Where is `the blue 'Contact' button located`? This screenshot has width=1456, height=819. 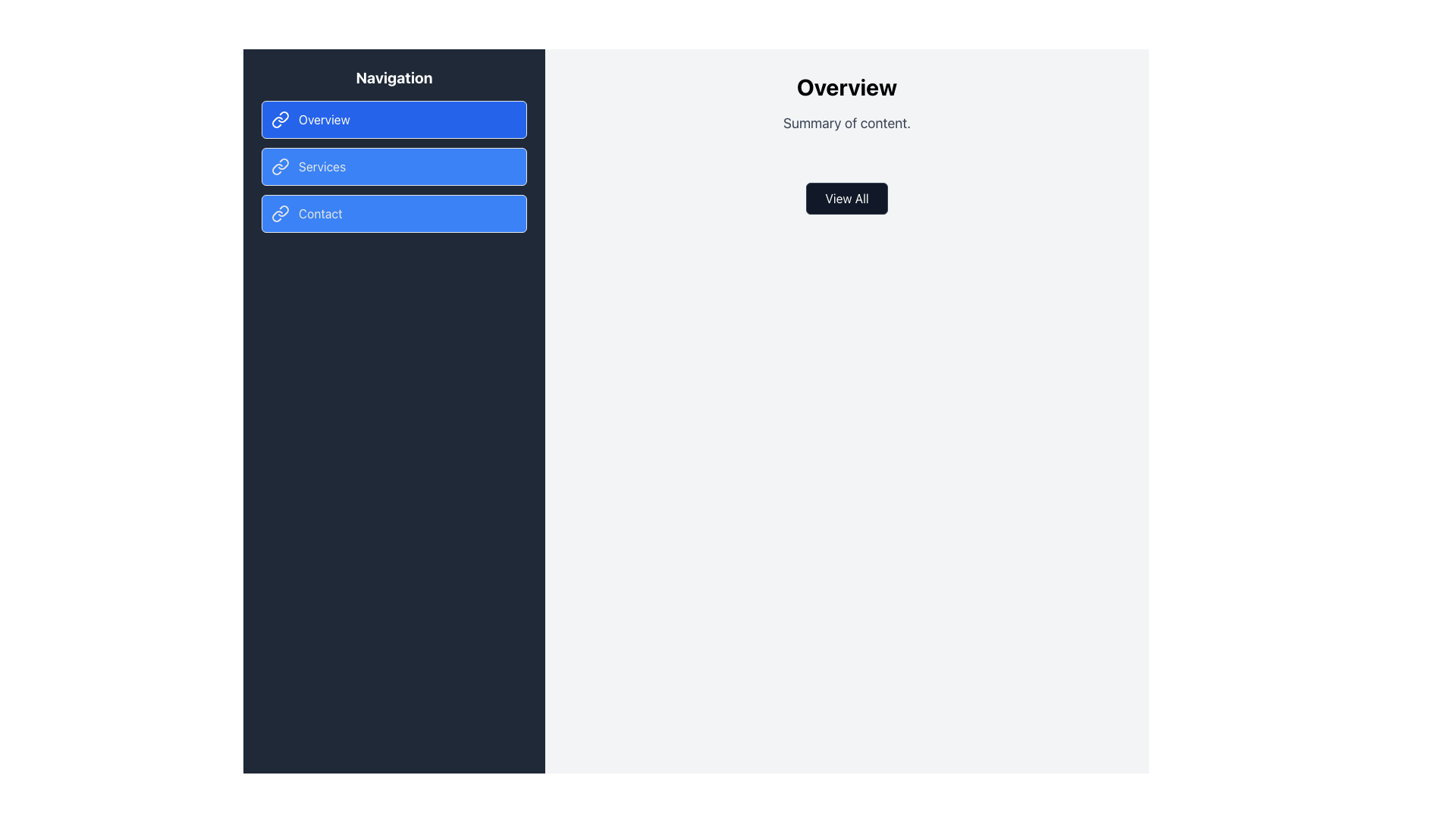
the blue 'Contact' button located is located at coordinates (394, 213).